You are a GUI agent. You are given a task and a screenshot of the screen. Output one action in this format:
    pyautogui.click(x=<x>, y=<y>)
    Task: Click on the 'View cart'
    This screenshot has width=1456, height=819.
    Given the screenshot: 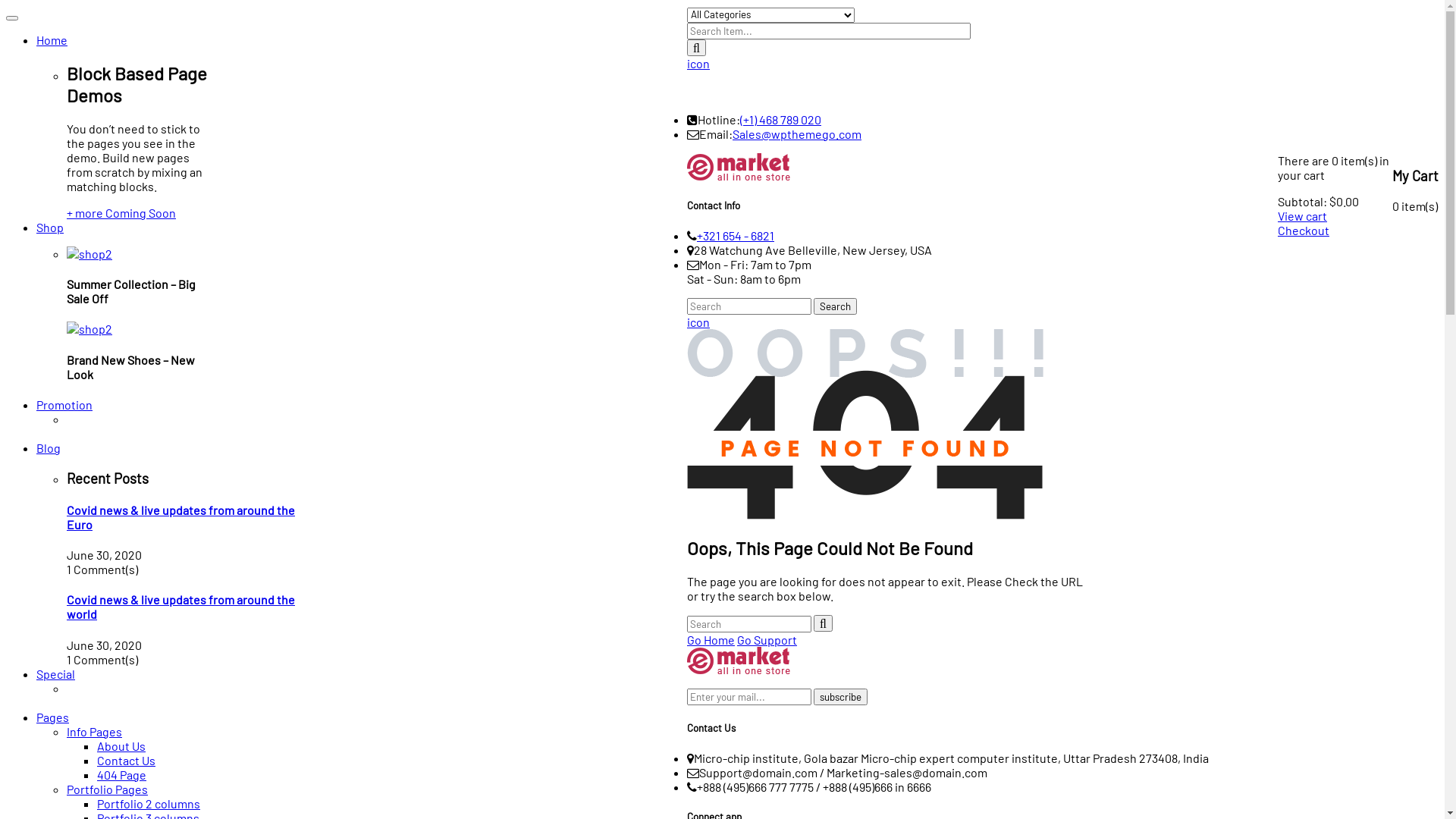 What is the action you would take?
    pyautogui.click(x=1301, y=215)
    